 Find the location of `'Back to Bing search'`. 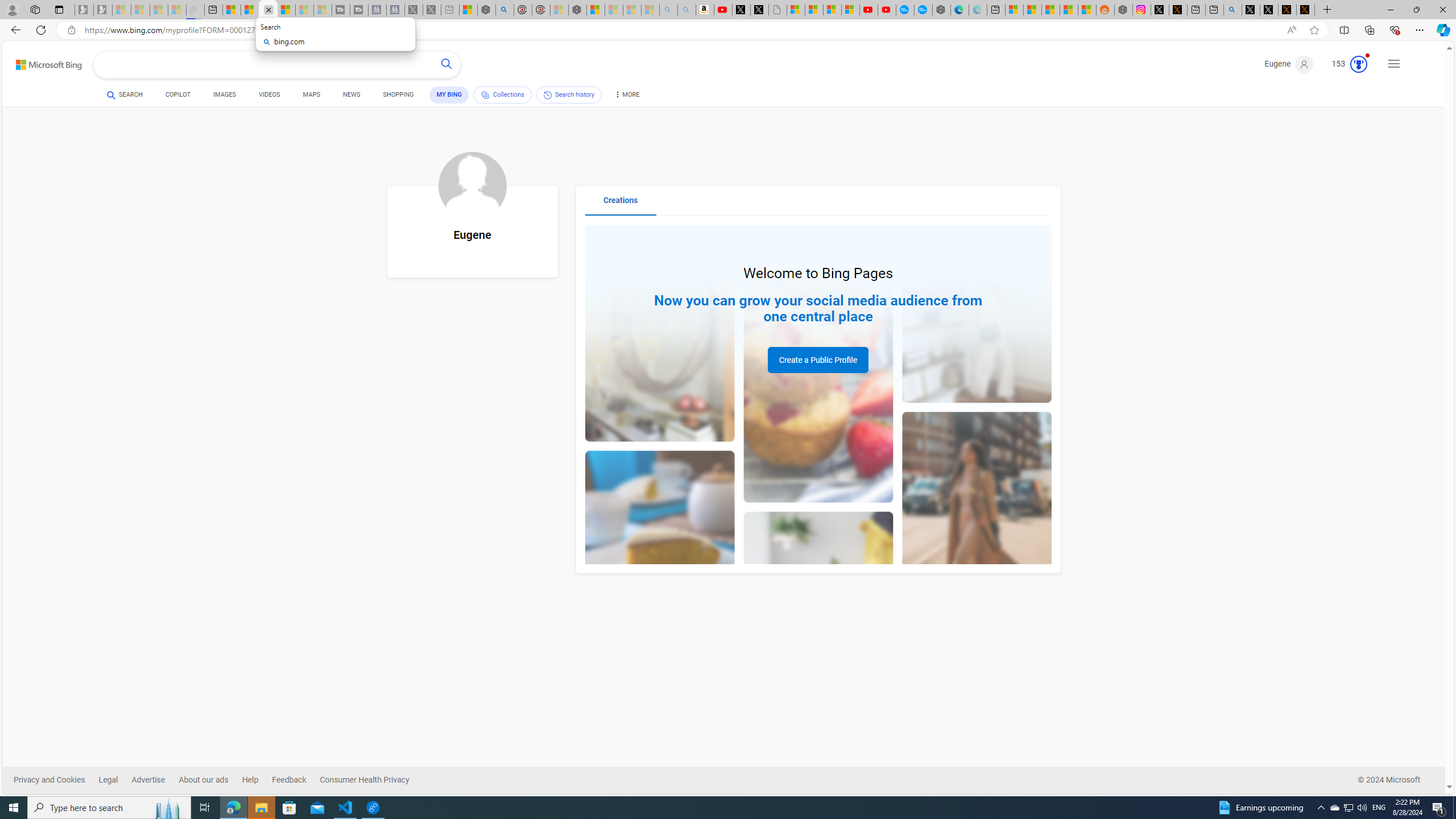

'Back to Bing search' is located at coordinates (42, 61).